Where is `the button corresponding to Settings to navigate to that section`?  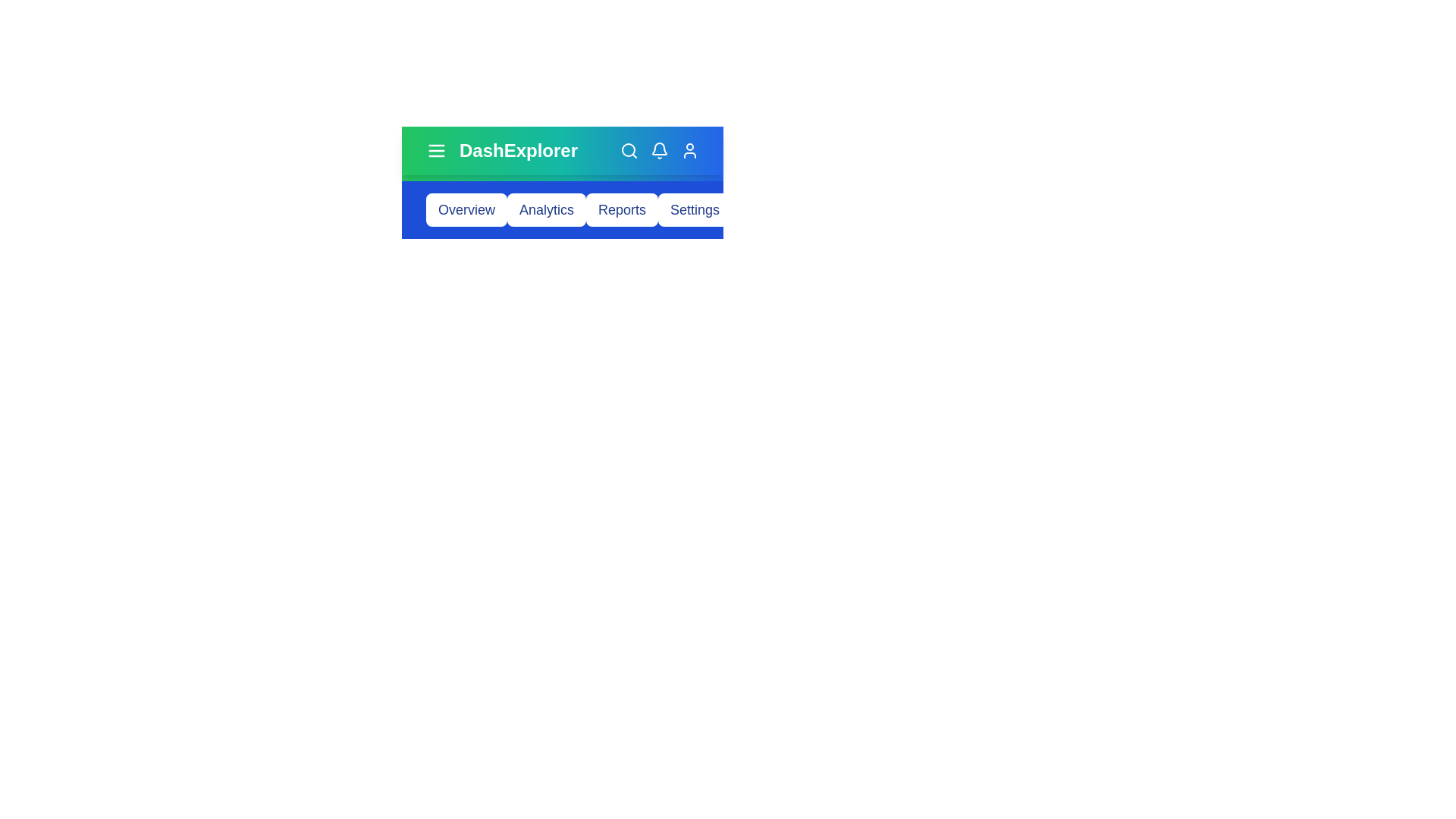 the button corresponding to Settings to navigate to that section is located at coordinates (694, 210).